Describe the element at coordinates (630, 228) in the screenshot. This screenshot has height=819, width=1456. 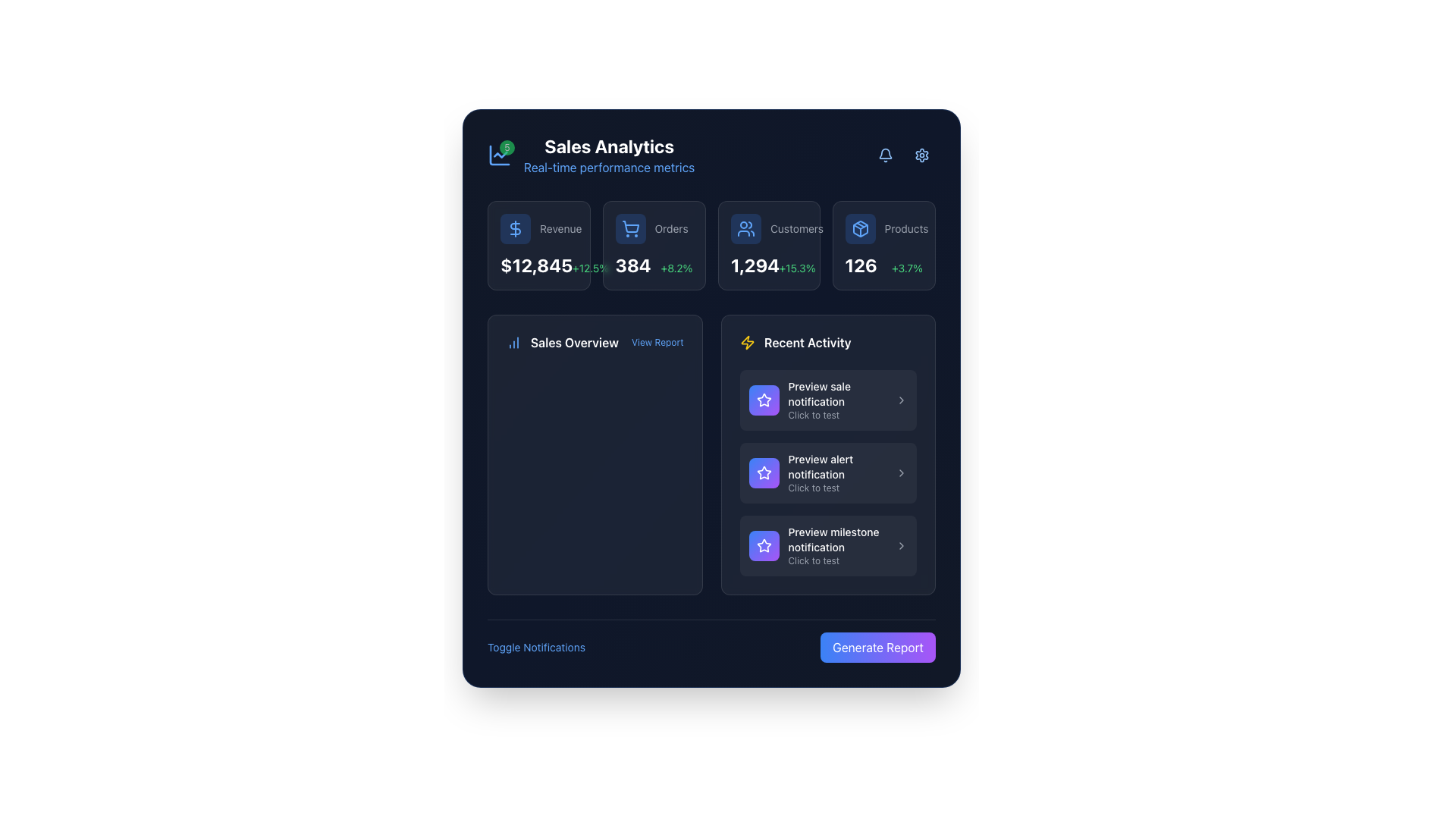
I see `the stylized light blue shopping cart icon located in the 'Orders' section of the dashboard, positioned above the number '384'` at that location.